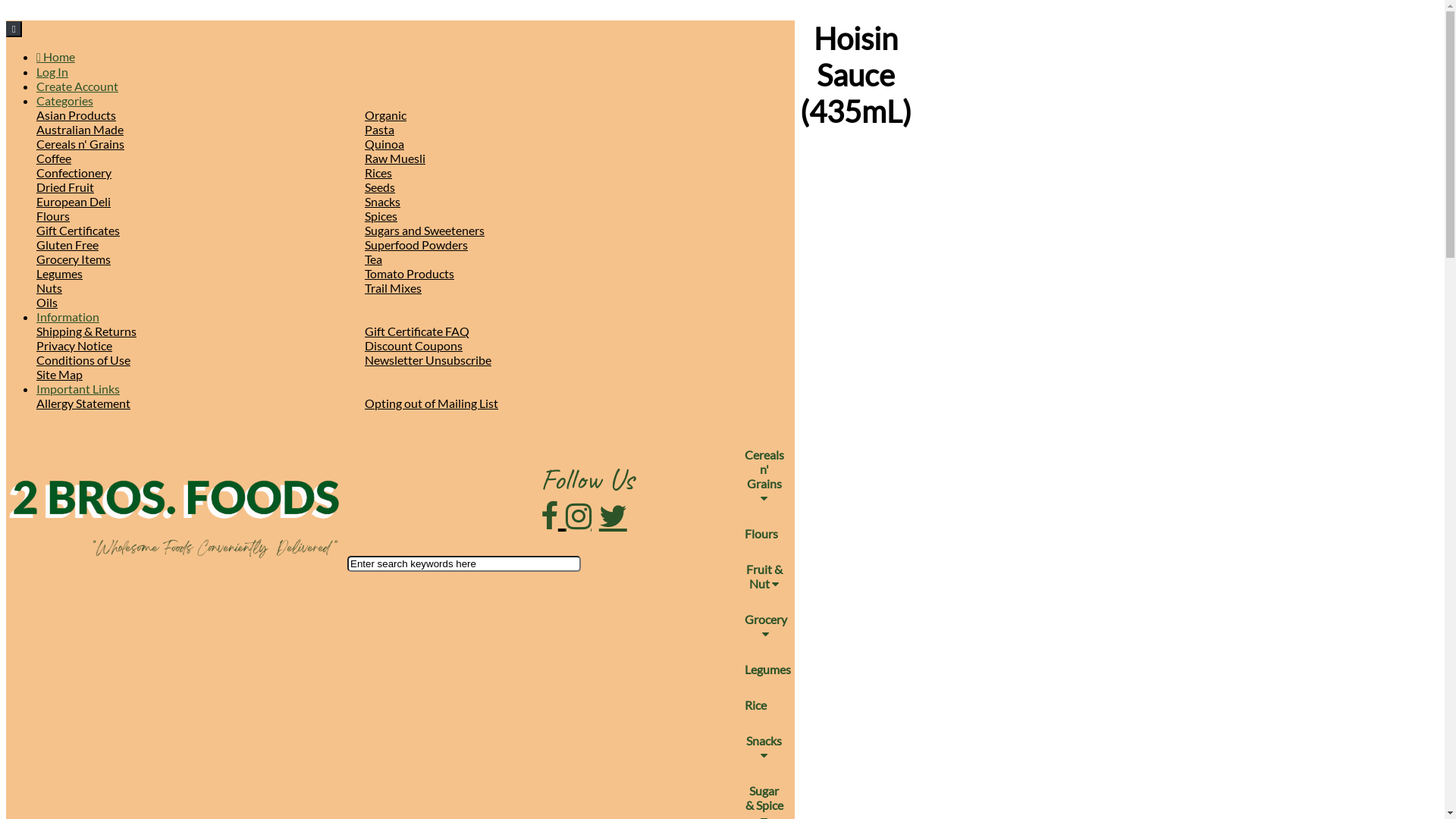  What do you see at coordinates (59, 374) in the screenshot?
I see `'Site Map'` at bounding box center [59, 374].